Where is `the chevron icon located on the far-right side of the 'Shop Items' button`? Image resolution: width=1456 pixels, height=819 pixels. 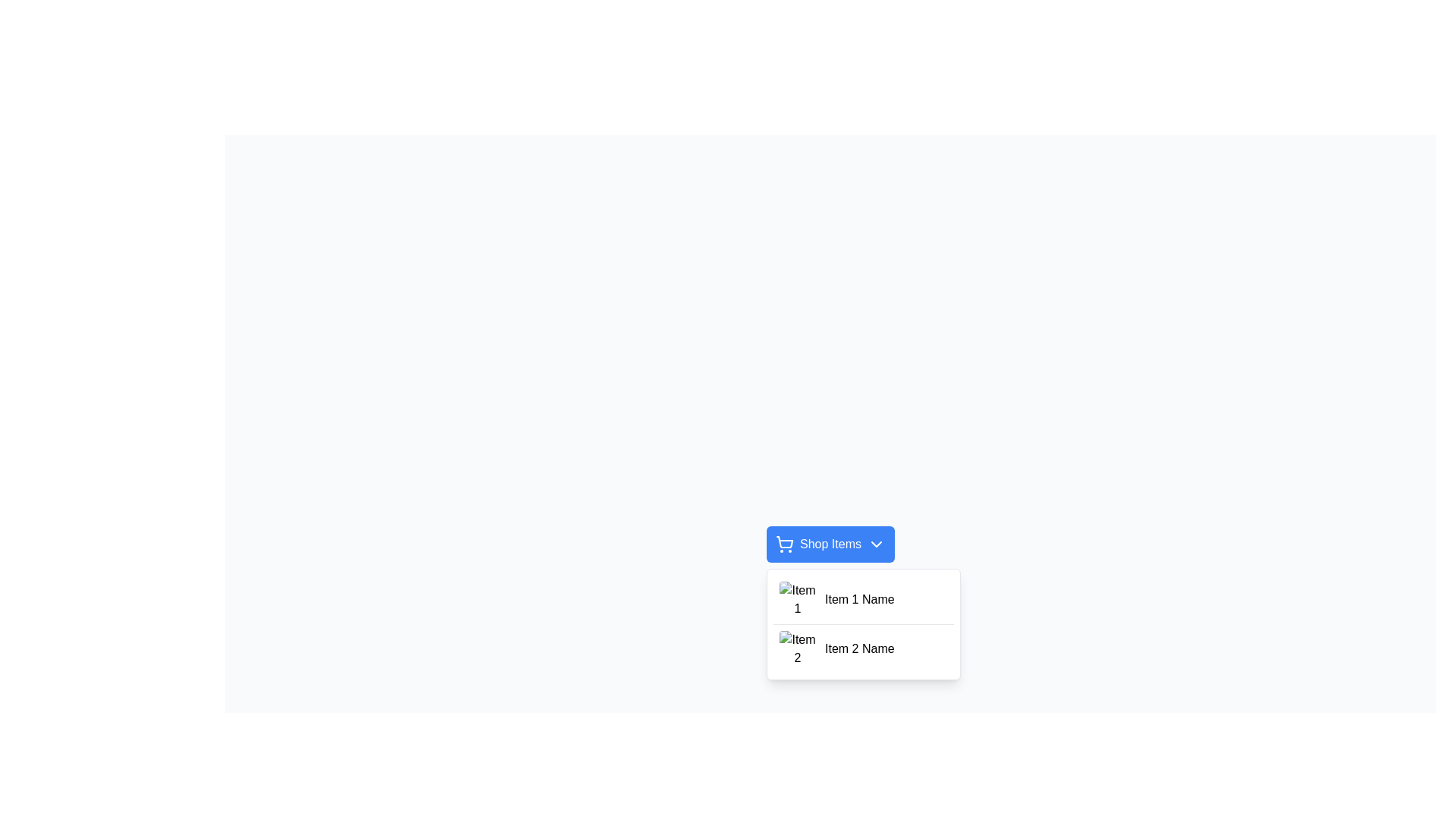 the chevron icon located on the far-right side of the 'Shop Items' button is located at coordinates (877, 543).